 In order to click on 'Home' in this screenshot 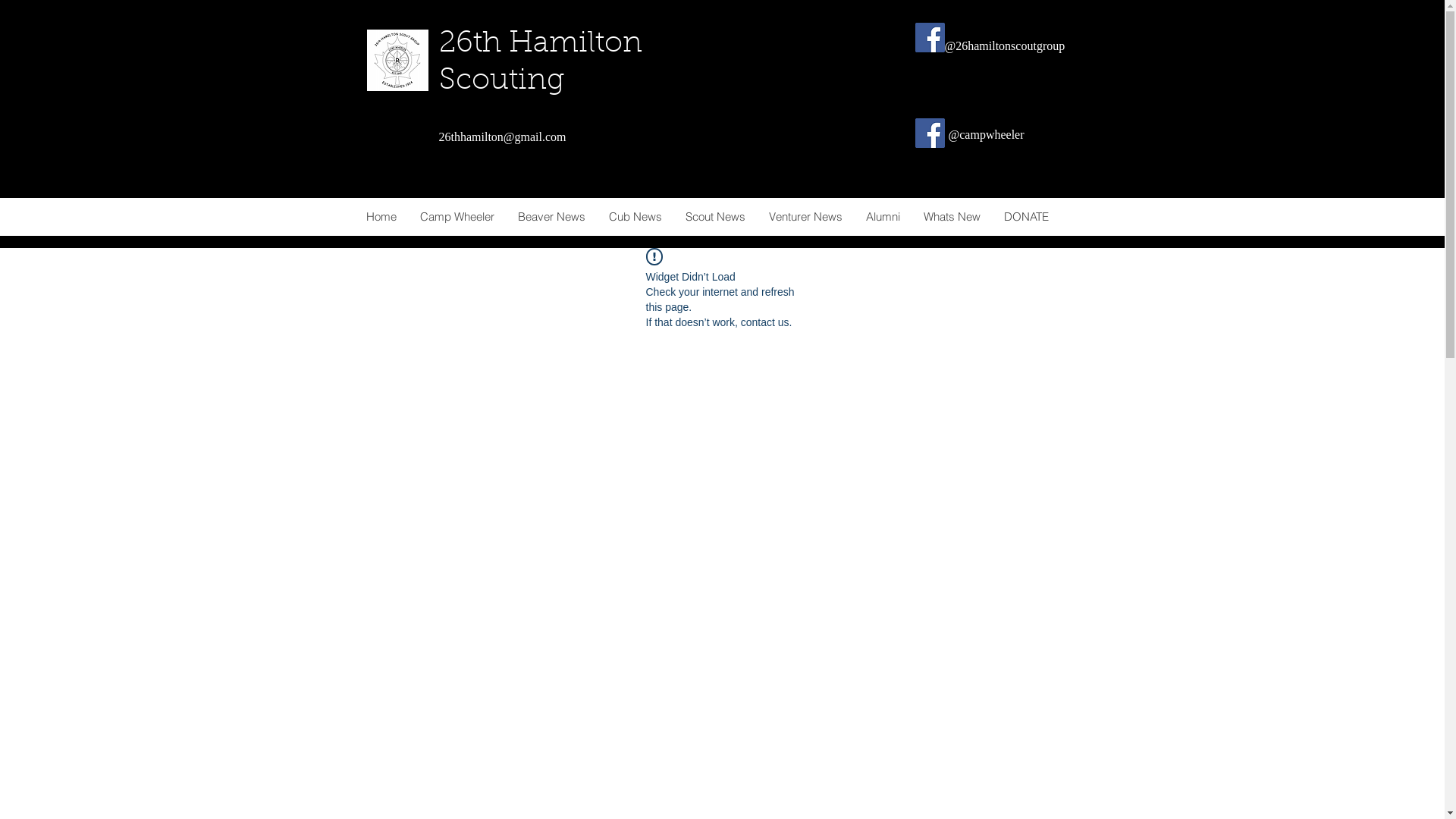, I will do `click(381, 216)`.